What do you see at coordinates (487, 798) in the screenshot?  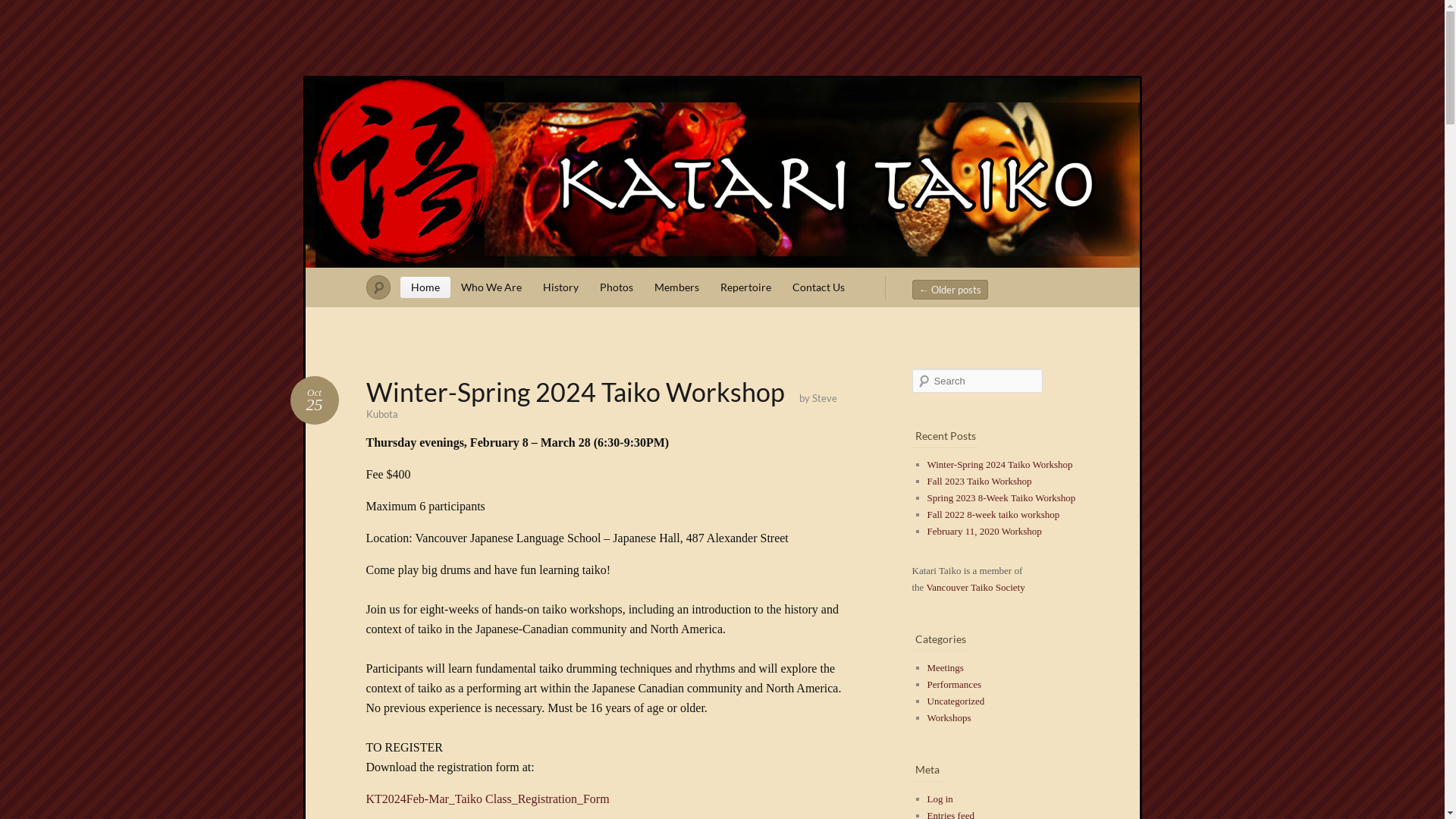 I see `'KT2024Feb-Mar_Taiko Class_Registration_Form'` at bounding box center [487, 798].